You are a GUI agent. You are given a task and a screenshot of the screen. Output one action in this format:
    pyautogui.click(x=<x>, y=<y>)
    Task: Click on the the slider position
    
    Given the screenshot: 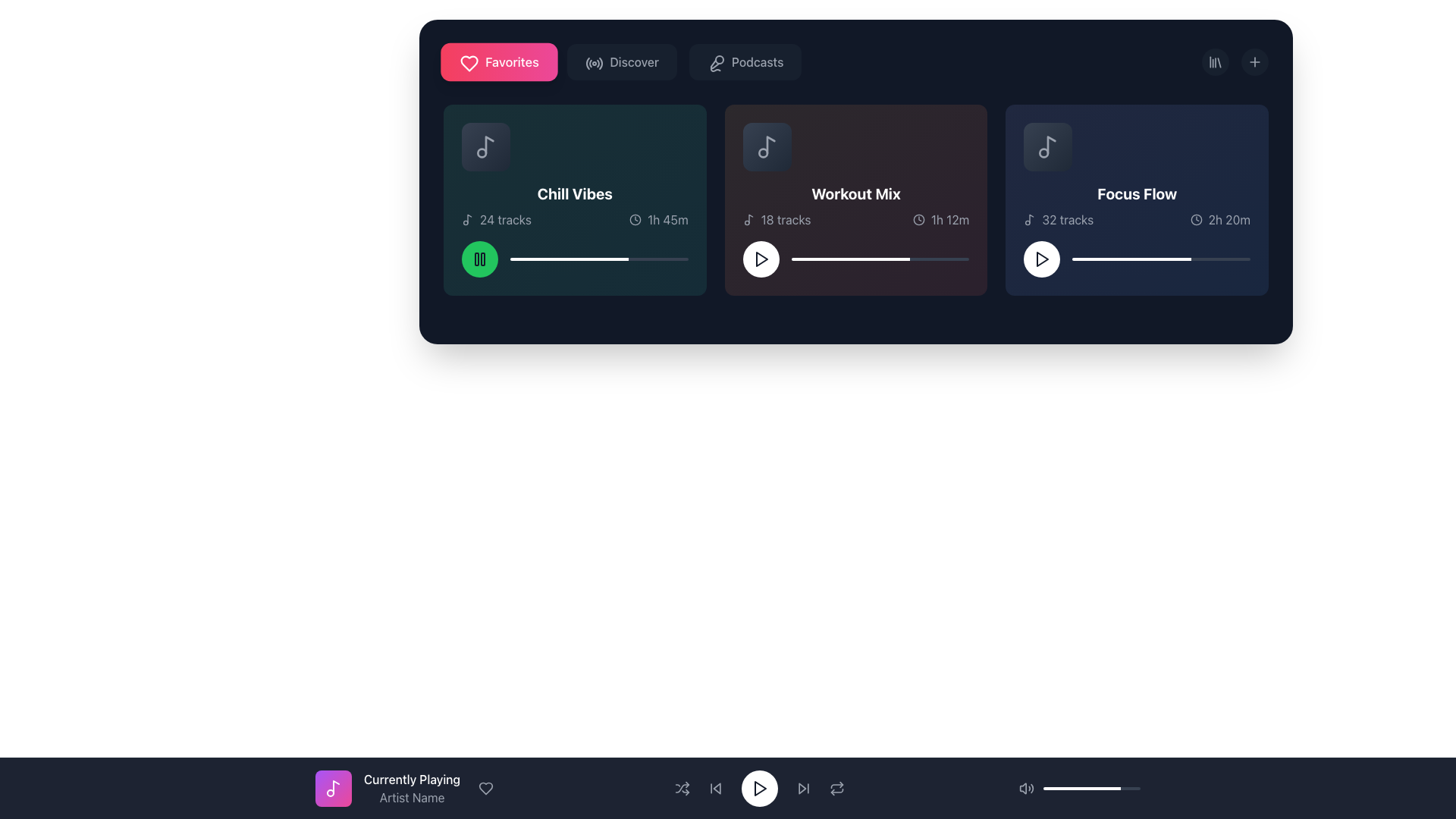 What is the action you would take?
    pyautogui.click(x=1196, y=259)
    